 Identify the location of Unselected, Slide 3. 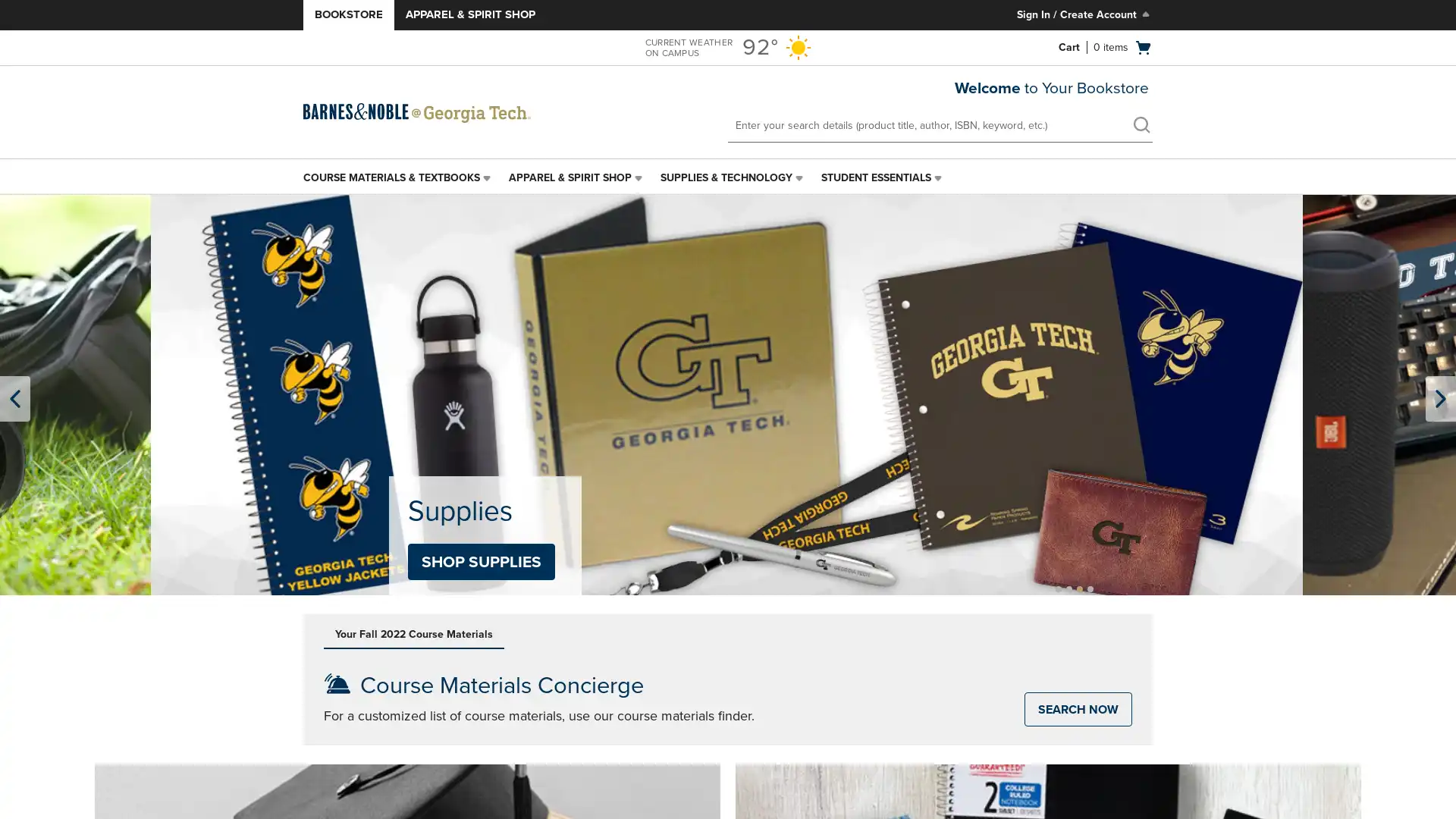
(1079, 588).